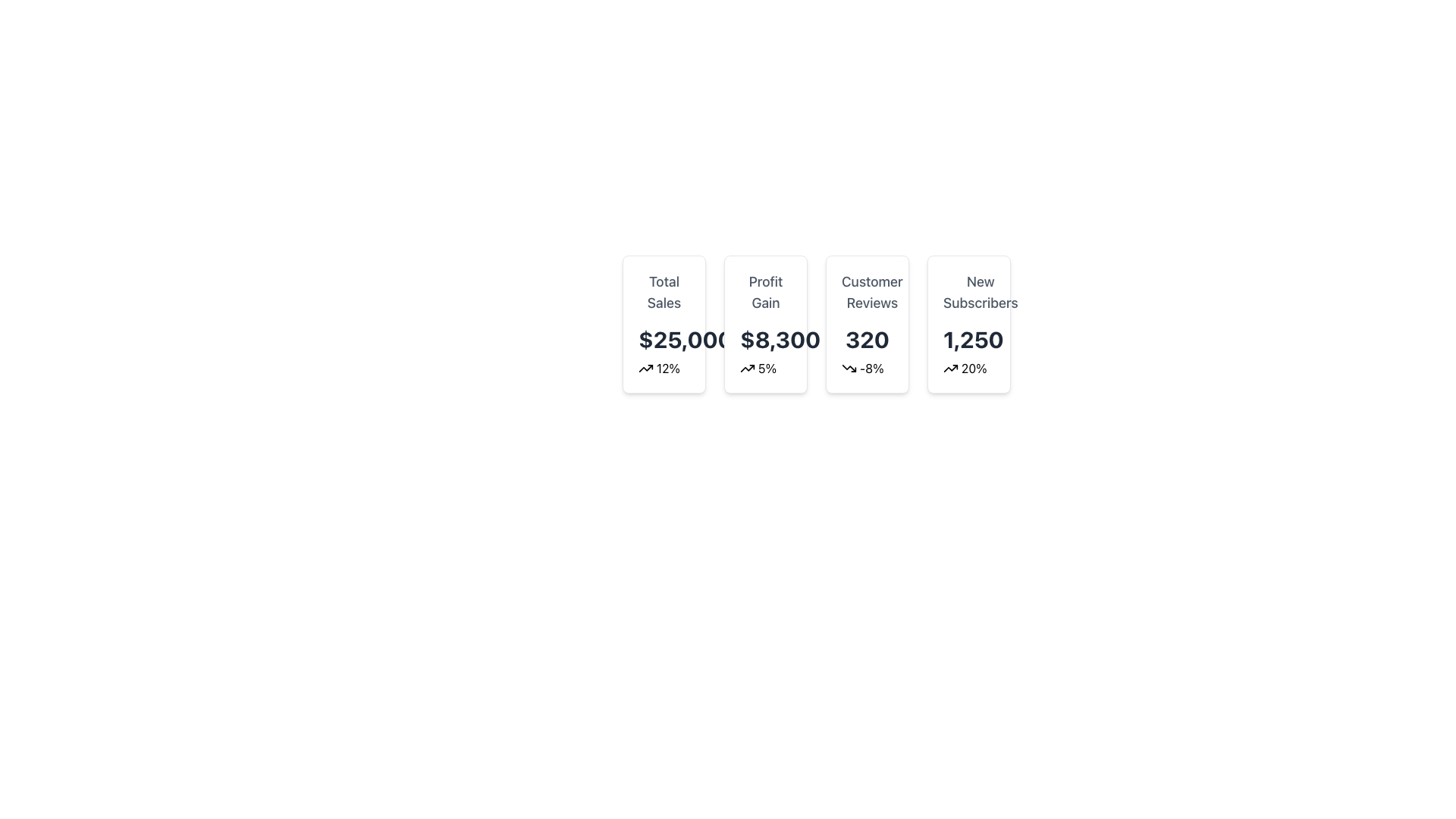  What do you see at coordinates (867, 369) in the screenshot?
I see `information from the Text with icon indicating a decrease of 8% in the Customer Reviews metric, located in the third card from the left, below the number '320'` at bounding box center [867, 369].